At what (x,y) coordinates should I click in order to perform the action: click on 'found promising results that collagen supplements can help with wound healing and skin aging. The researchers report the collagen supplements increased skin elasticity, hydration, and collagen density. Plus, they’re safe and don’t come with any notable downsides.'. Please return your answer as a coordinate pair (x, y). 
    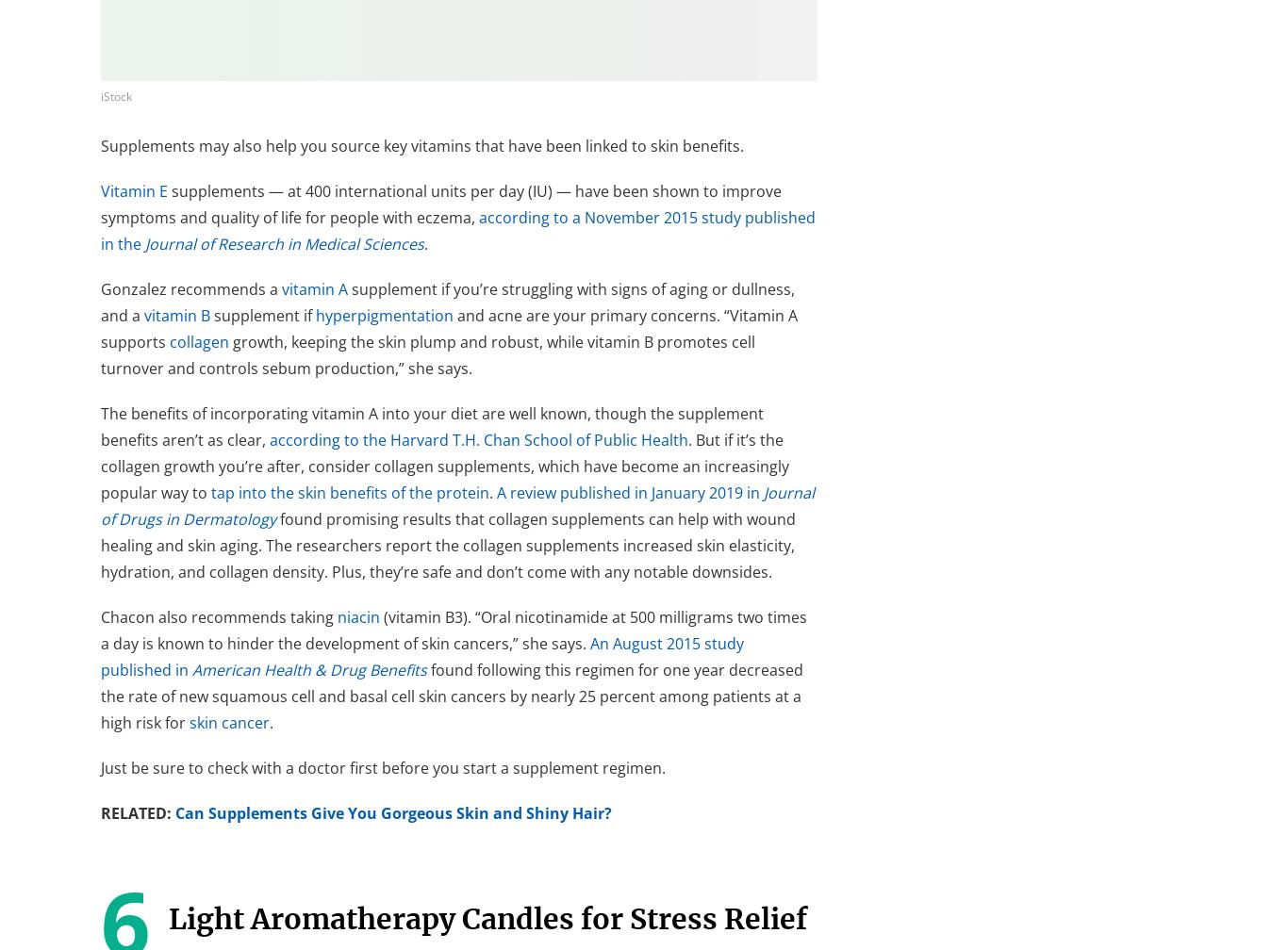
    Looking at the image, I should click on (448, 544).